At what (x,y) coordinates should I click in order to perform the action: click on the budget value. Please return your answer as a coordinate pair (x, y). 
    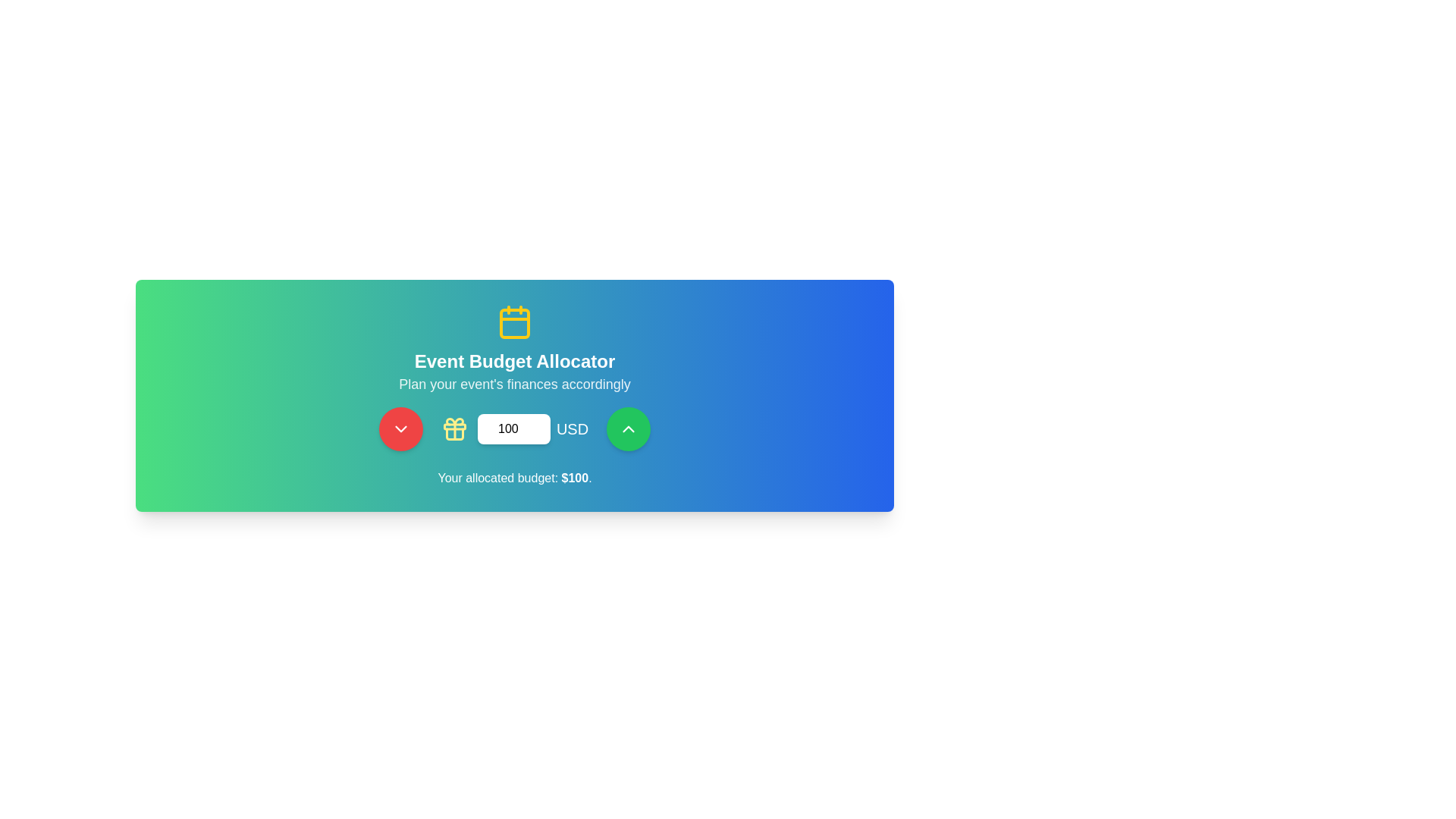
    Looking at the image, I should click on (513, 429).